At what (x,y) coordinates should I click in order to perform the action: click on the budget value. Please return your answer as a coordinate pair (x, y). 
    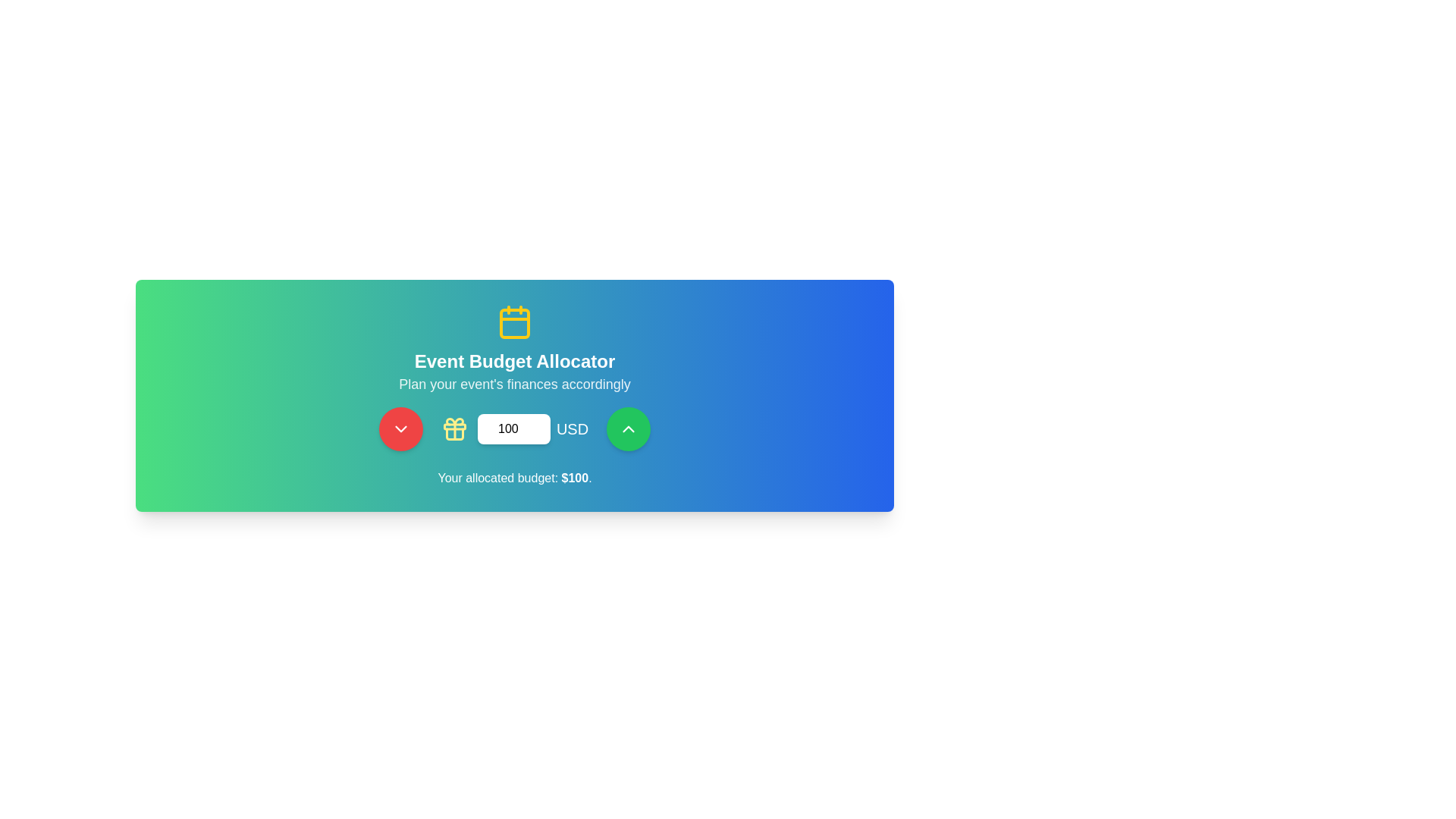
    Looking at the image, I should click on (513, 429).